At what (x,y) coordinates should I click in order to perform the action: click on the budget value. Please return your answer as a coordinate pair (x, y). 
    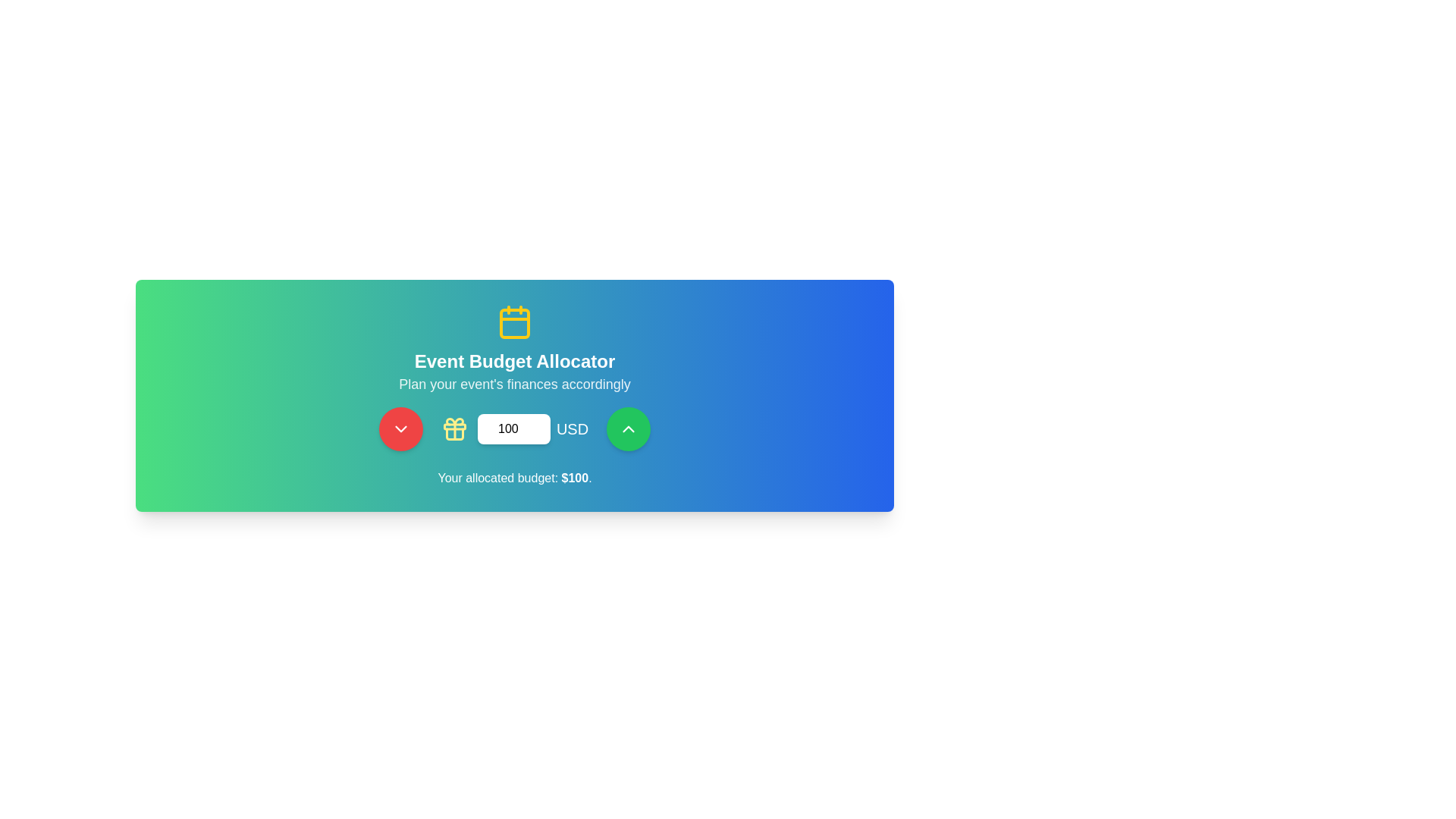
    Looking at the image, I should click on (513, 429).